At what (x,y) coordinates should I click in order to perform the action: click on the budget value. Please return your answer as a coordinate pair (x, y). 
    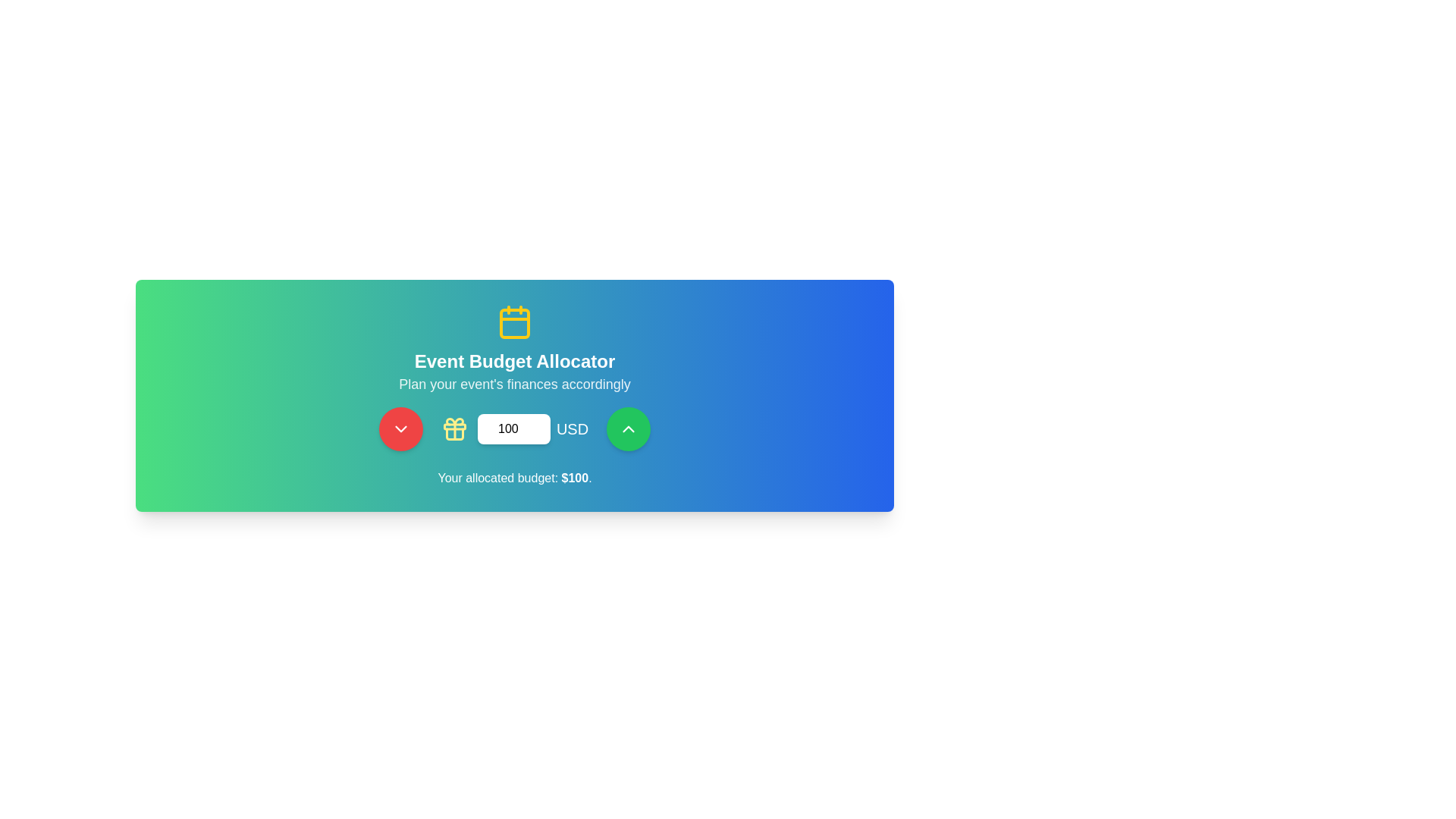
    Looking at the image, I should click on (513, 429).